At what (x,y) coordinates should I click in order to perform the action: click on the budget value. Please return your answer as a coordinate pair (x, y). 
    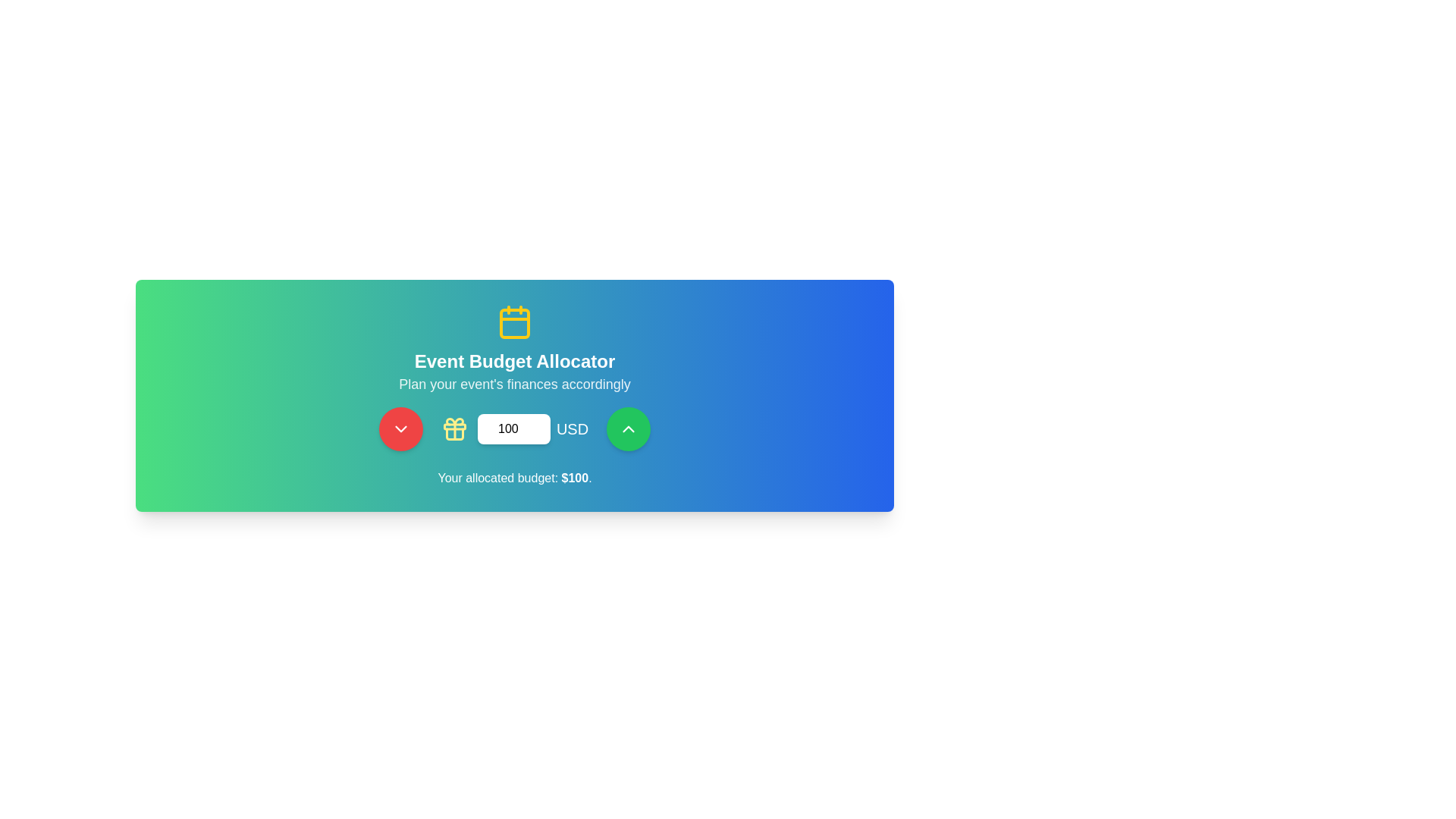
    Looking at the image, I should click on (513, 429).